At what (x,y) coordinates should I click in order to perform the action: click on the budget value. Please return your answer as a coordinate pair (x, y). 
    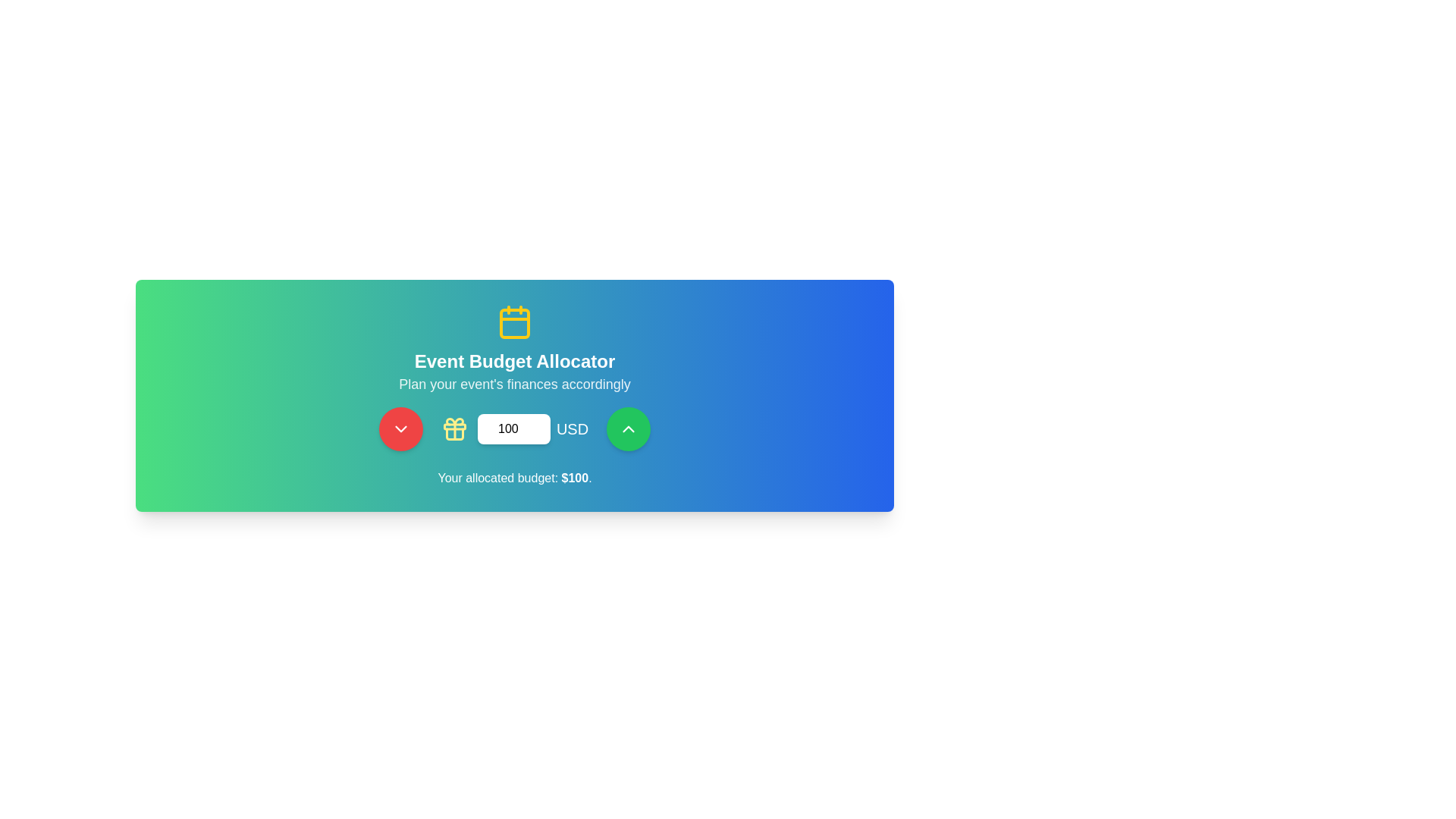
    Looking at the image, I should click on (513, 429).